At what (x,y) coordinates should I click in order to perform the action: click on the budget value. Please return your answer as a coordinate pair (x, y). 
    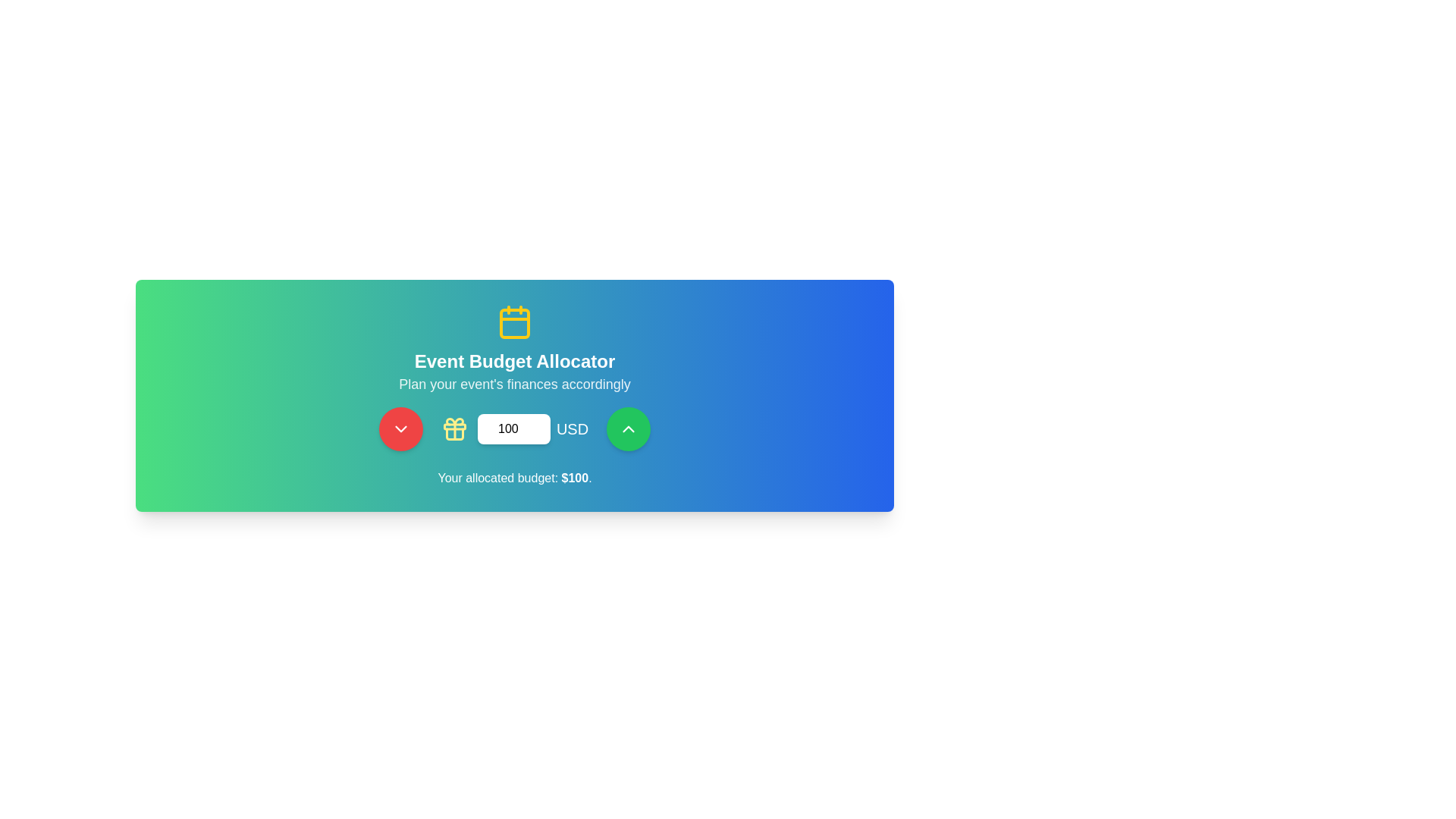
    Looking at the image, I should click on (513, 429).